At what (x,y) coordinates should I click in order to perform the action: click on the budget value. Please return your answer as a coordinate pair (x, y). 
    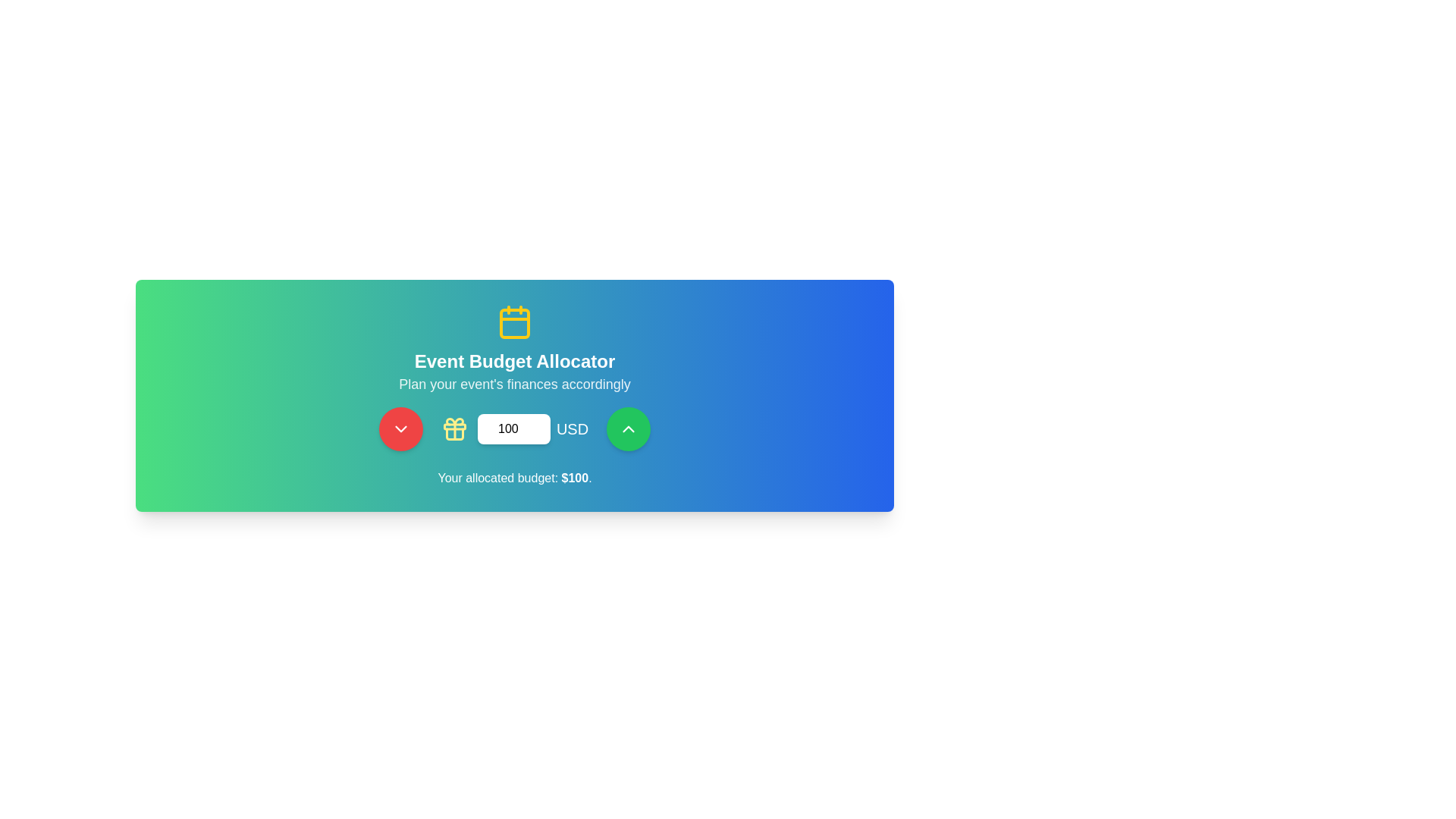
    Looking at the image, I should click on (513, 429).